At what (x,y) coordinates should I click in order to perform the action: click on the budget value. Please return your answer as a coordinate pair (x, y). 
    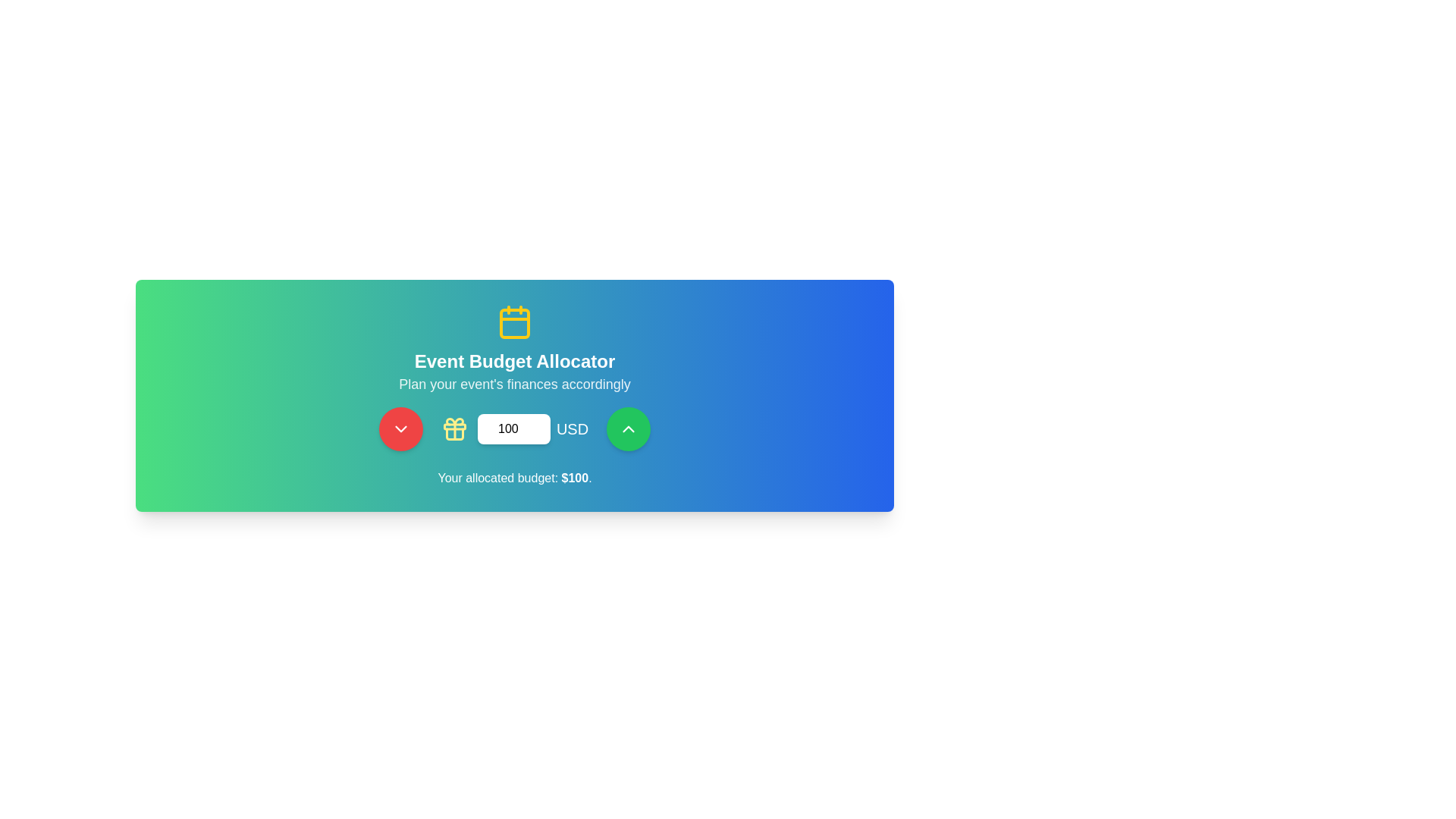
    Looking at the image, I should click on (513, 429).